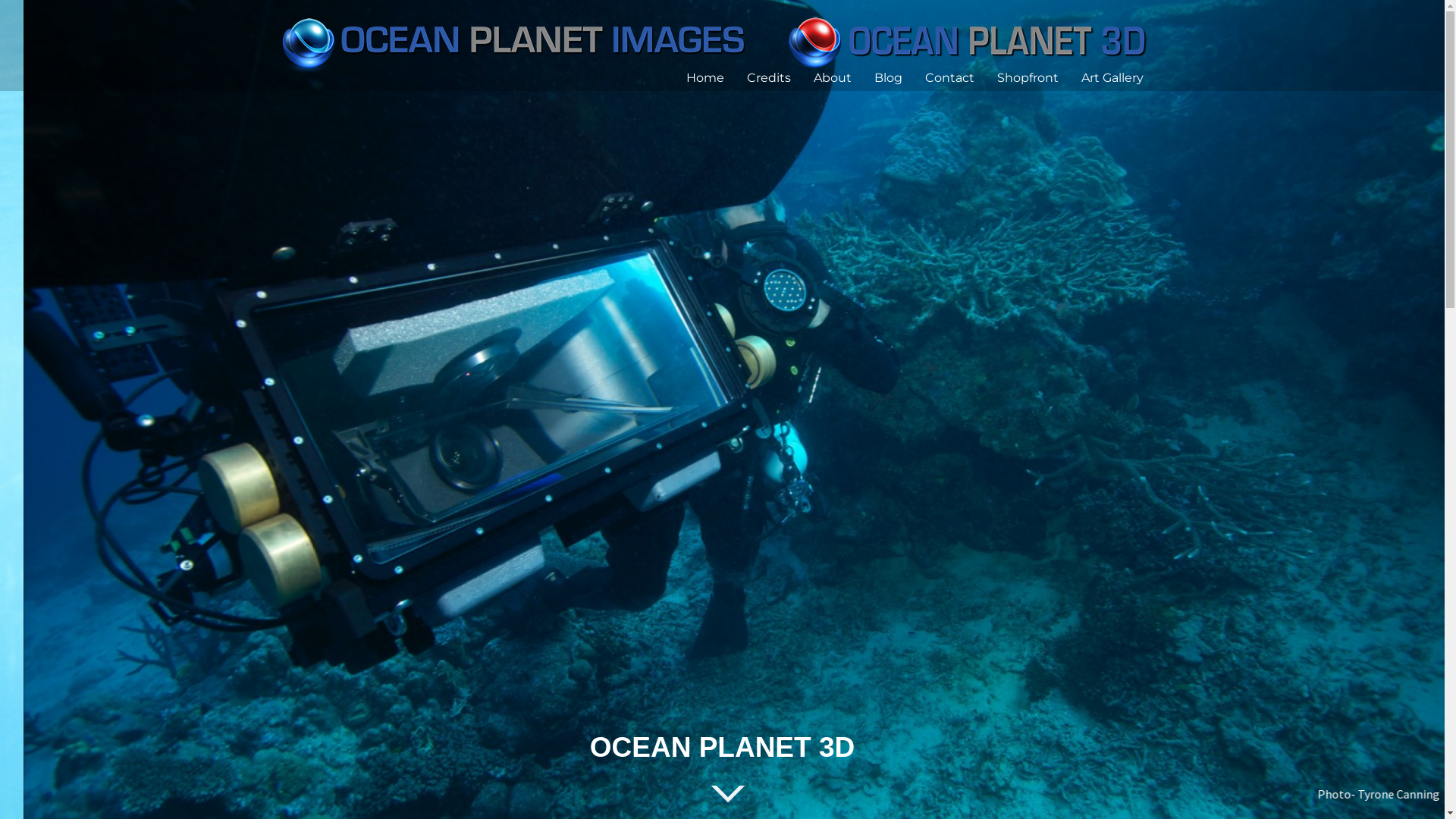  What do you see at coordinates (718, 39) in the screenshot?
I see `'Cutting edge underwater production'` at bounding box center [718, 39].